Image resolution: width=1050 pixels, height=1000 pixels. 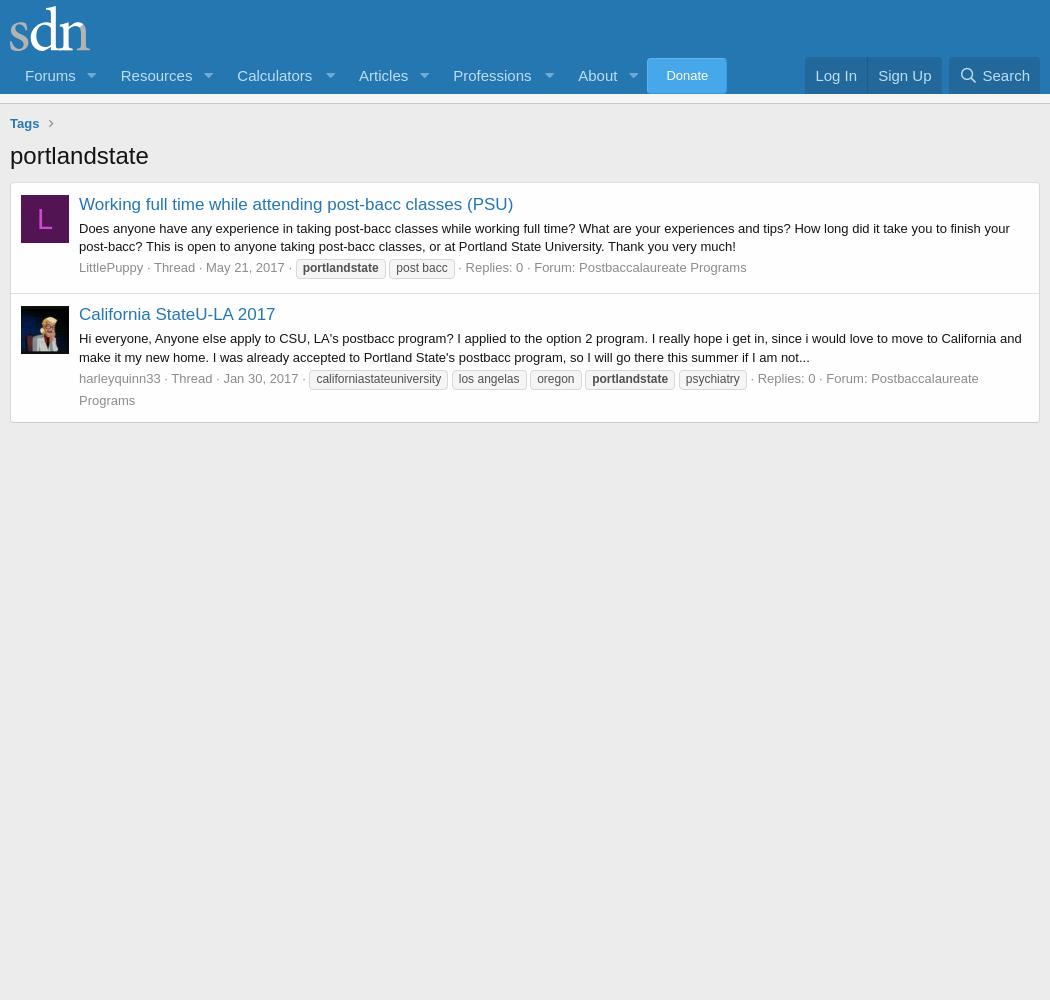 What do you see at coordinates (596, 74) in the screenshot?
I see `'About'` at bounding box center [596, 74].